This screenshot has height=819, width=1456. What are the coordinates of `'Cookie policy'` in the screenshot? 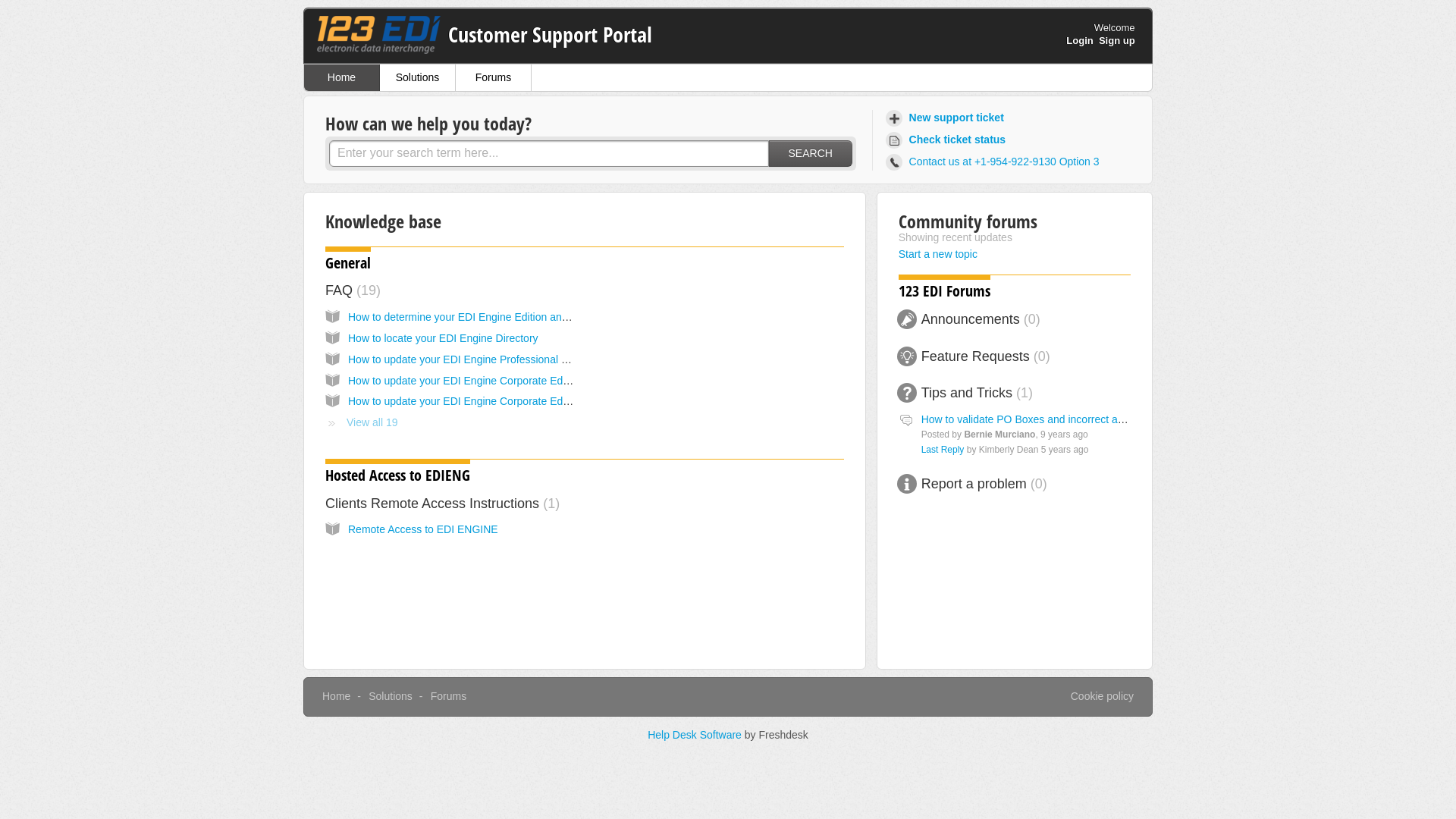 It's located at (1102, 696).